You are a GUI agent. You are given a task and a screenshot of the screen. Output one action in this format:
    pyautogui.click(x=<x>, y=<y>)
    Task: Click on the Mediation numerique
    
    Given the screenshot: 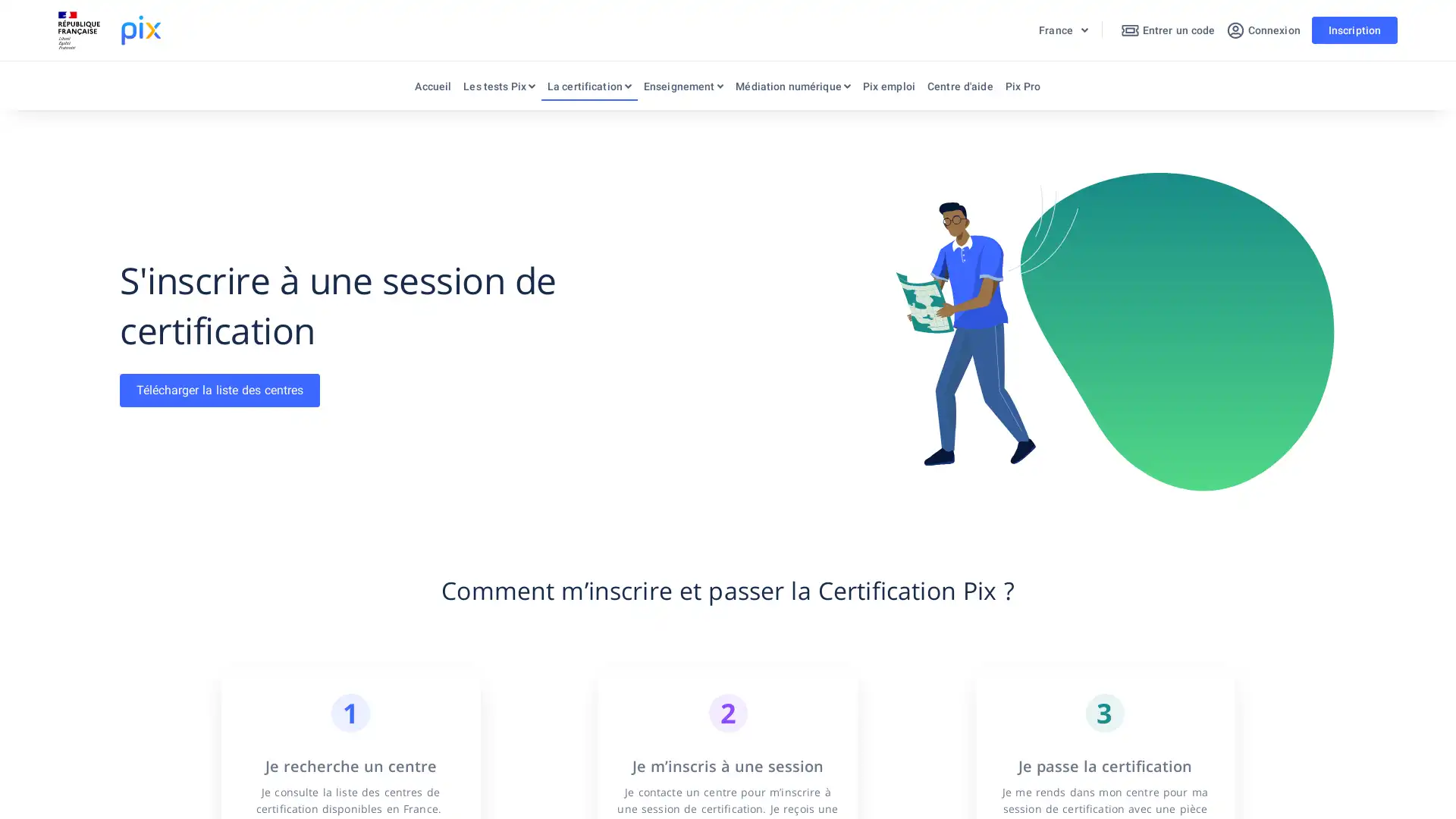 What is the action you would take?
    pyautogui.click(x=792, y=89)
    